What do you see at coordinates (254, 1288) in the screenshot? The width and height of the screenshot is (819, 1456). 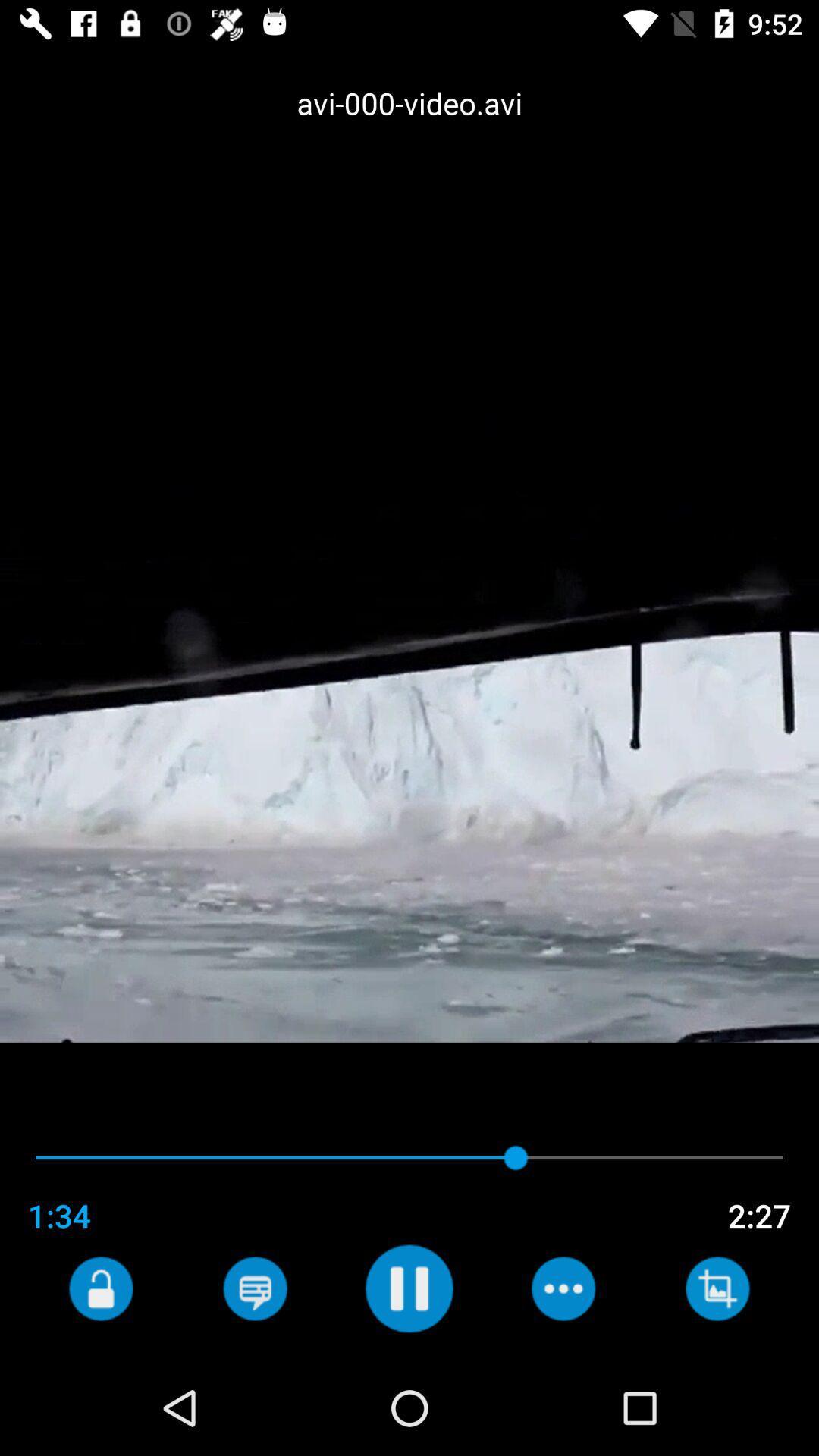 I see `pass the button` at bounding box center [254, 1288].